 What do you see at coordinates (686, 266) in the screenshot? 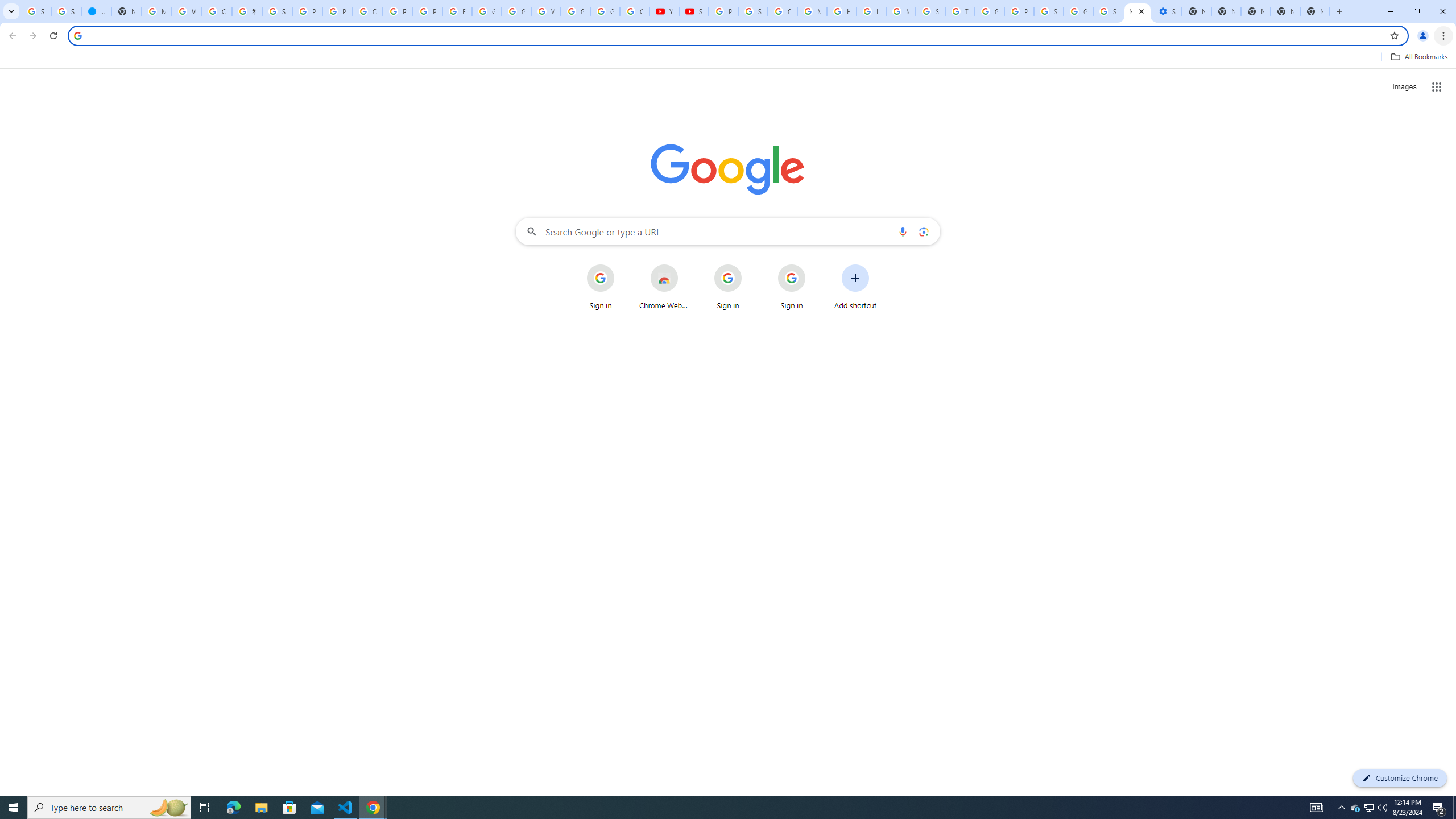
I see `'More actions for Chrome Web Store shortcut'` at bounding box center [686, 266].